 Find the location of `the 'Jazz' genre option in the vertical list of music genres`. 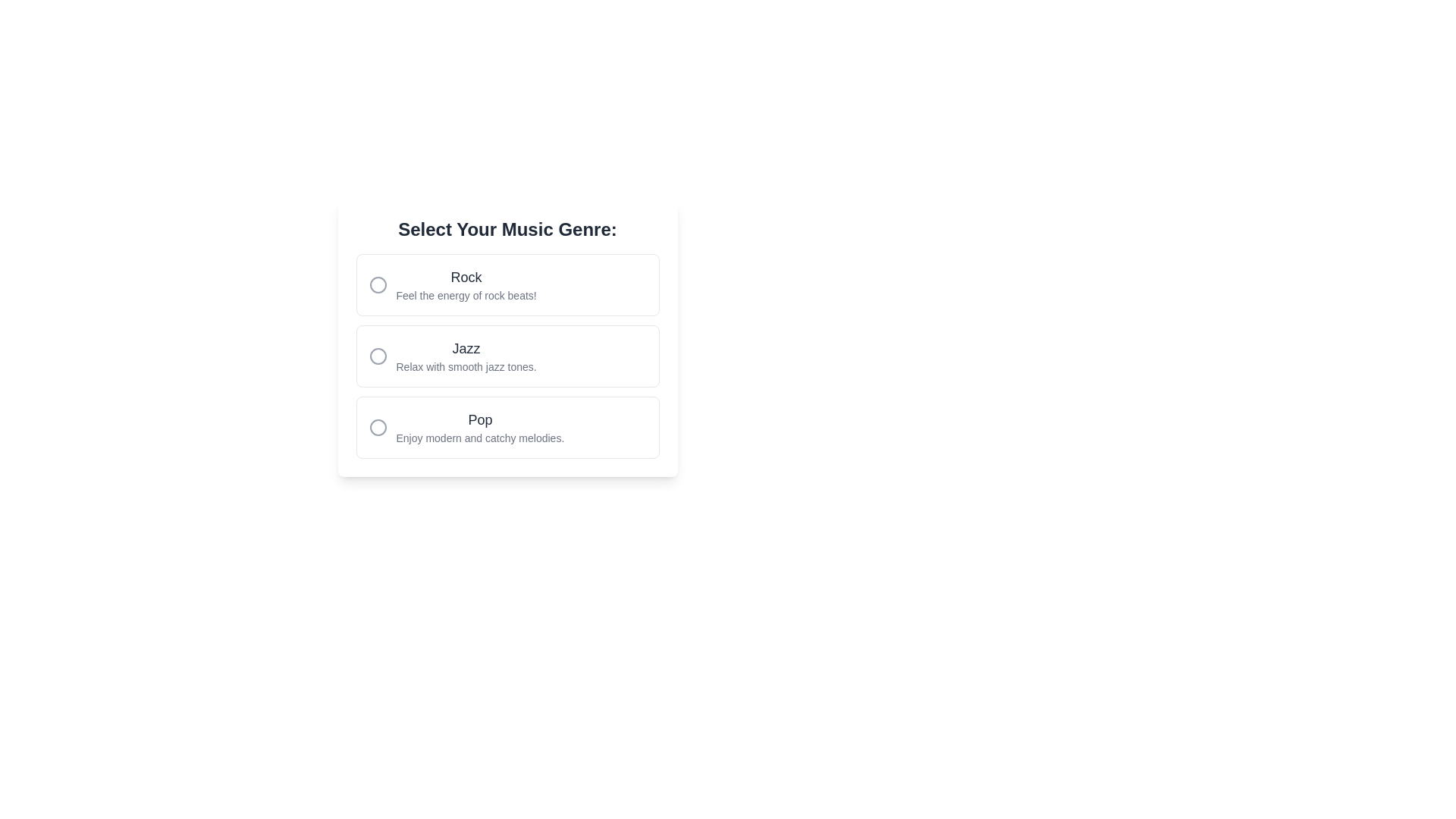

the 'Jazz' genre option in the vertical list of music genres is located at coordinates (507, 356).